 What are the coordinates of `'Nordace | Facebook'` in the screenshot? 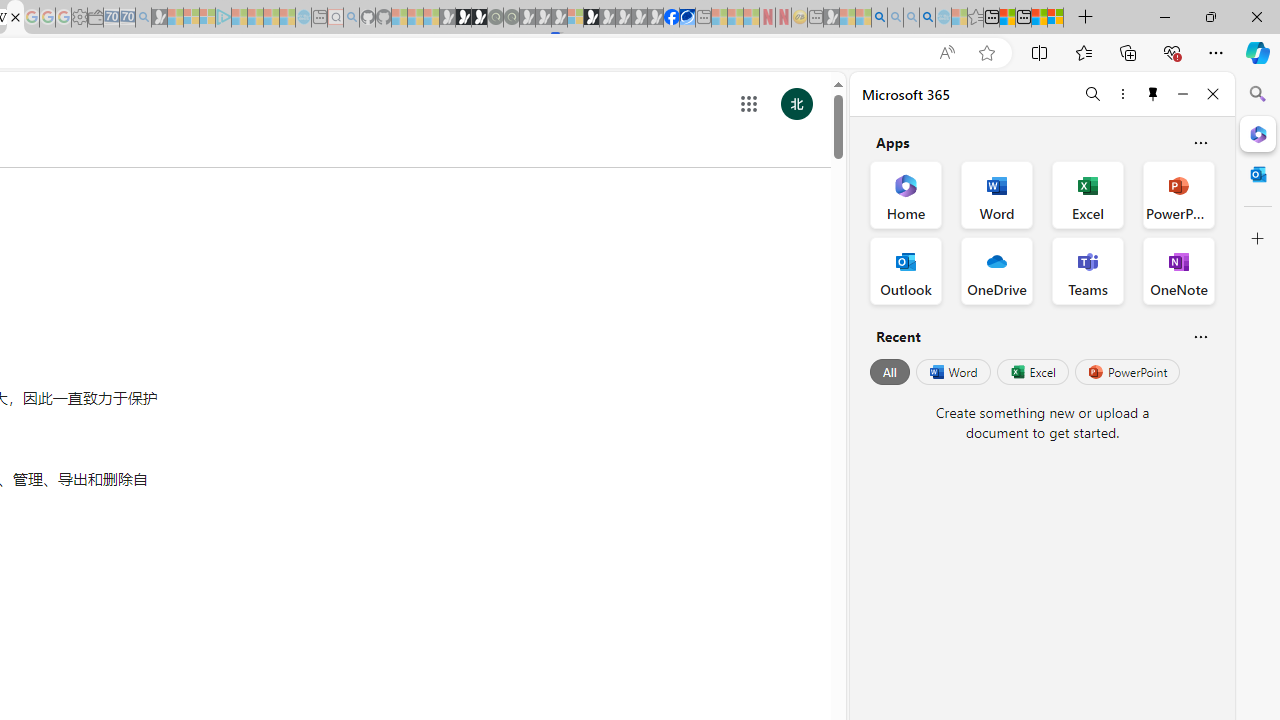 It's located at (672, 17).